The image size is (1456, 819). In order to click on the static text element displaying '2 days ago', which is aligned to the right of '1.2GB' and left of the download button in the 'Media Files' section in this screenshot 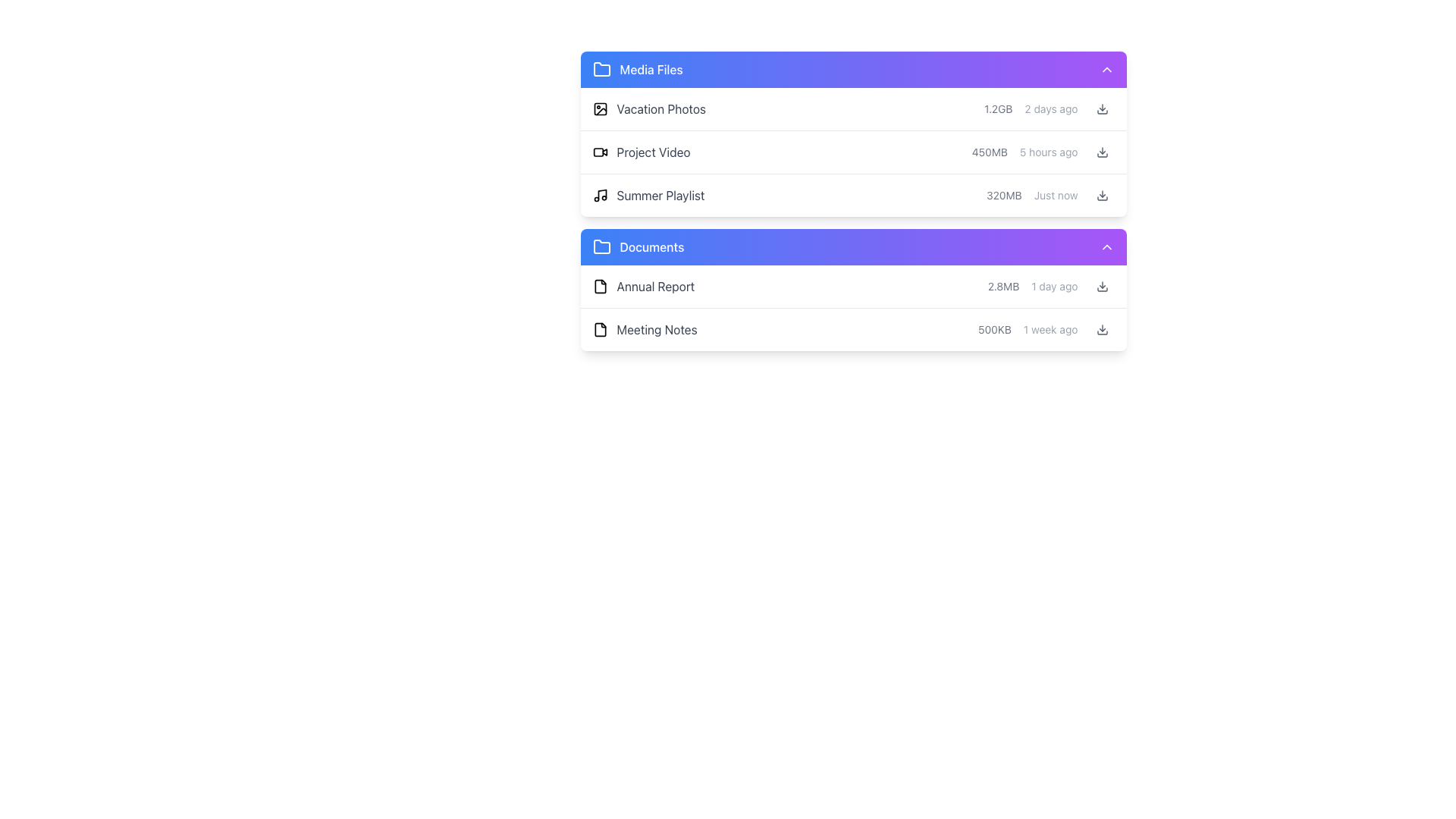, I will do `click(1050, 108)`.